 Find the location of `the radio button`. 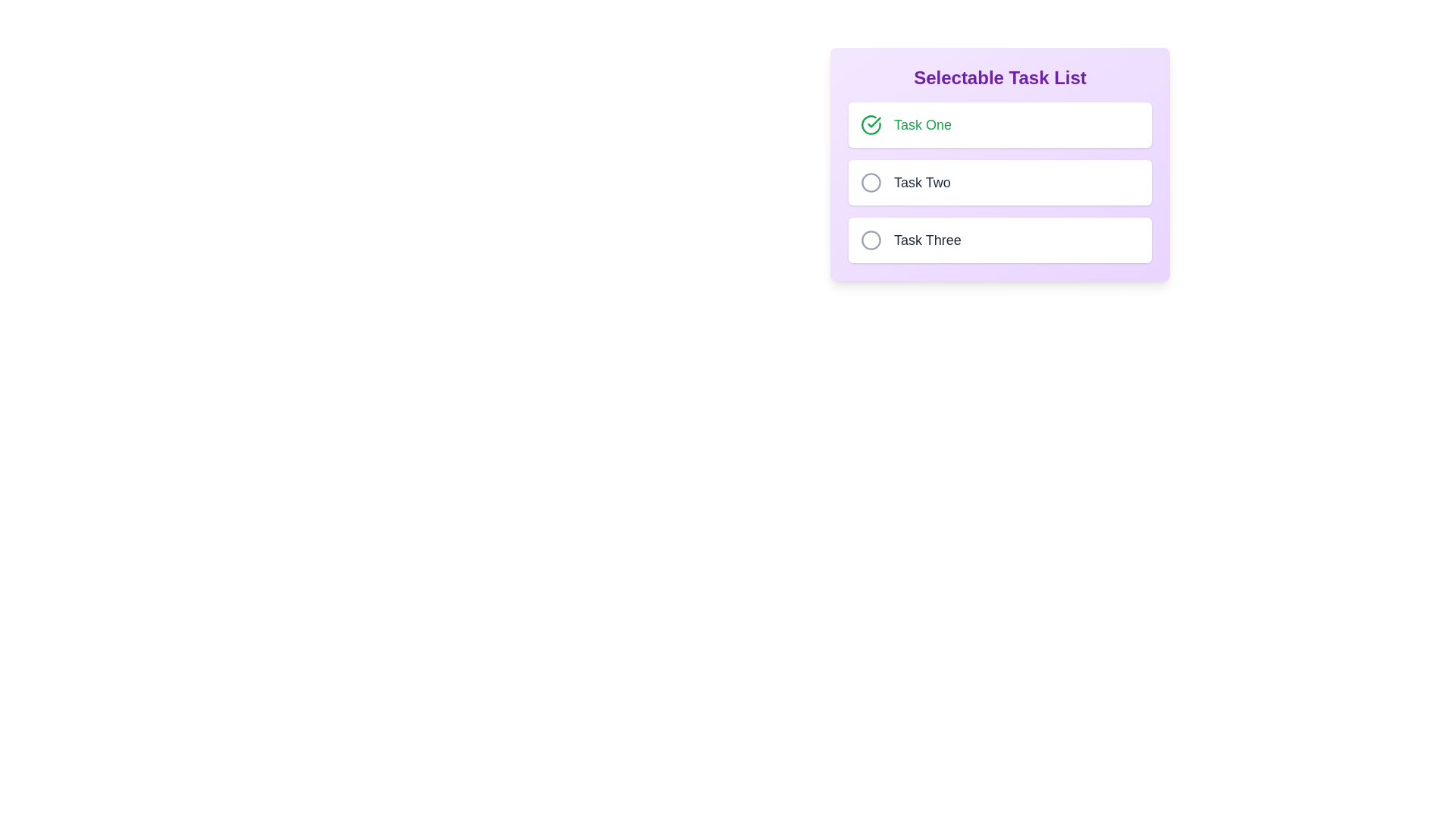

the radio button is located at coordinates (871, 181).